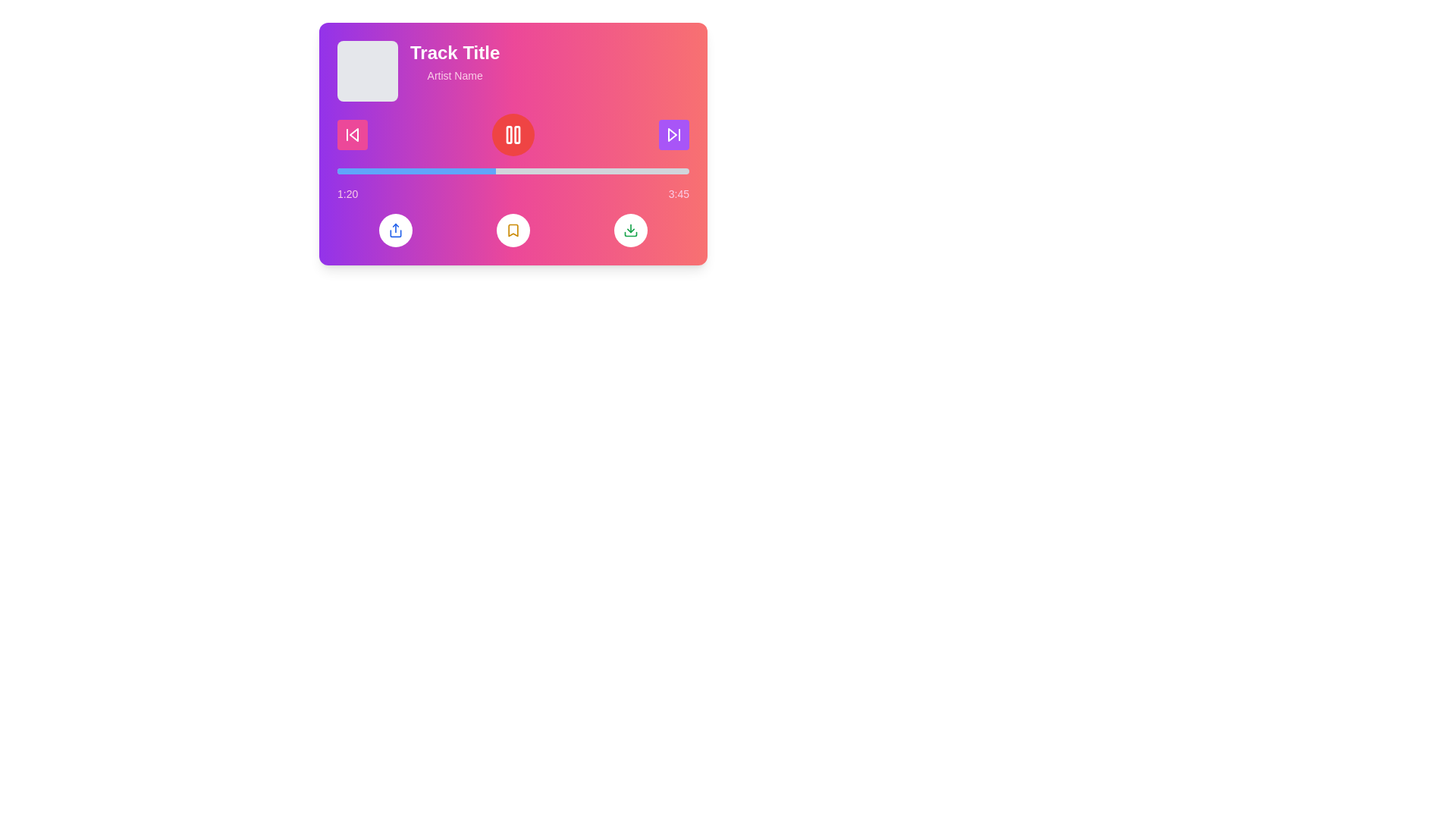  I want to click on the pause button in the audio player control set, so click(513, 133).